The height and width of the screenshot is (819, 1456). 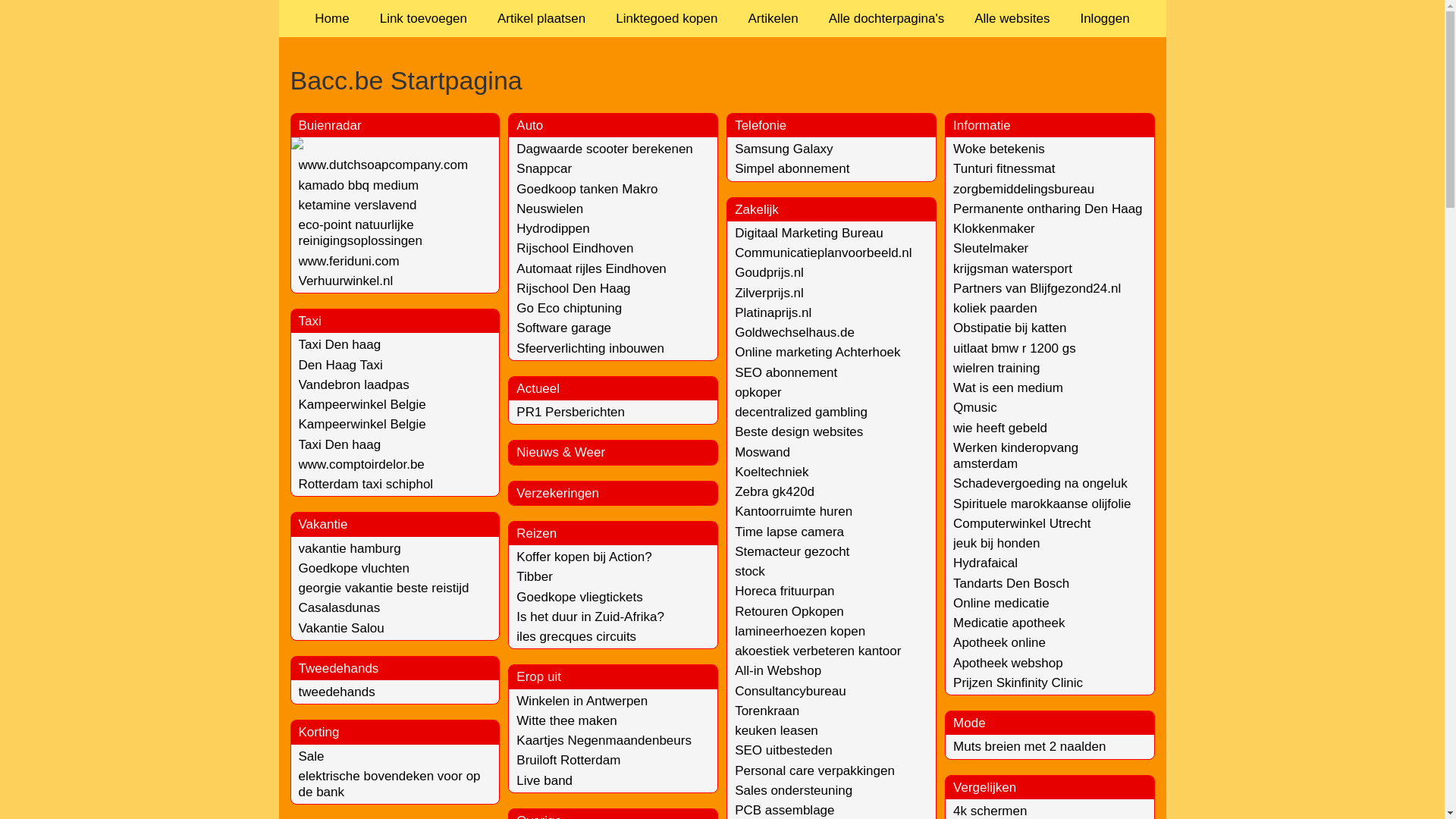 I want to click on 'Alle websites', so click(x=1012, y=18).